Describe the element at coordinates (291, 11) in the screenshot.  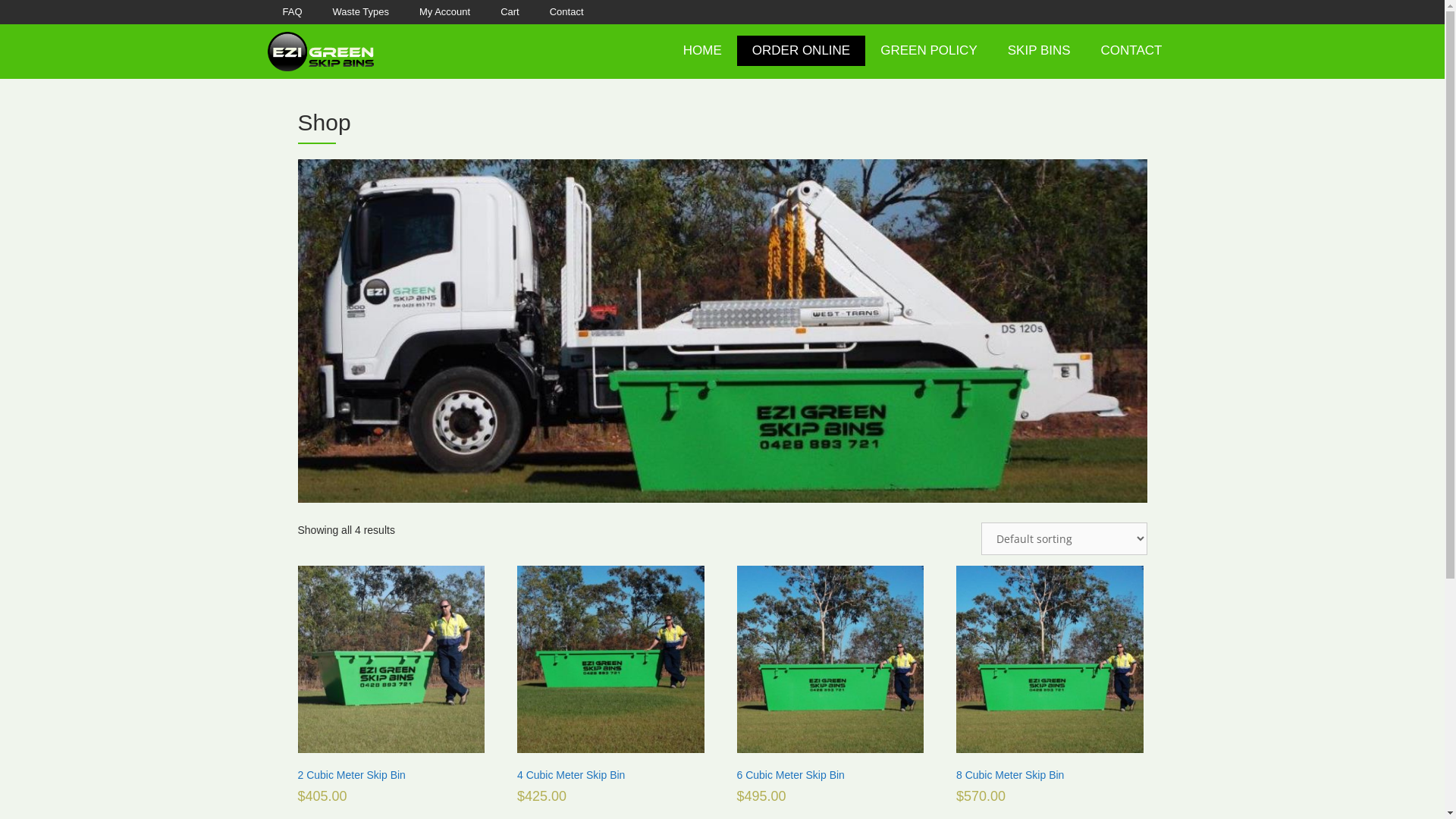
I see `'FAQ'` at that location.